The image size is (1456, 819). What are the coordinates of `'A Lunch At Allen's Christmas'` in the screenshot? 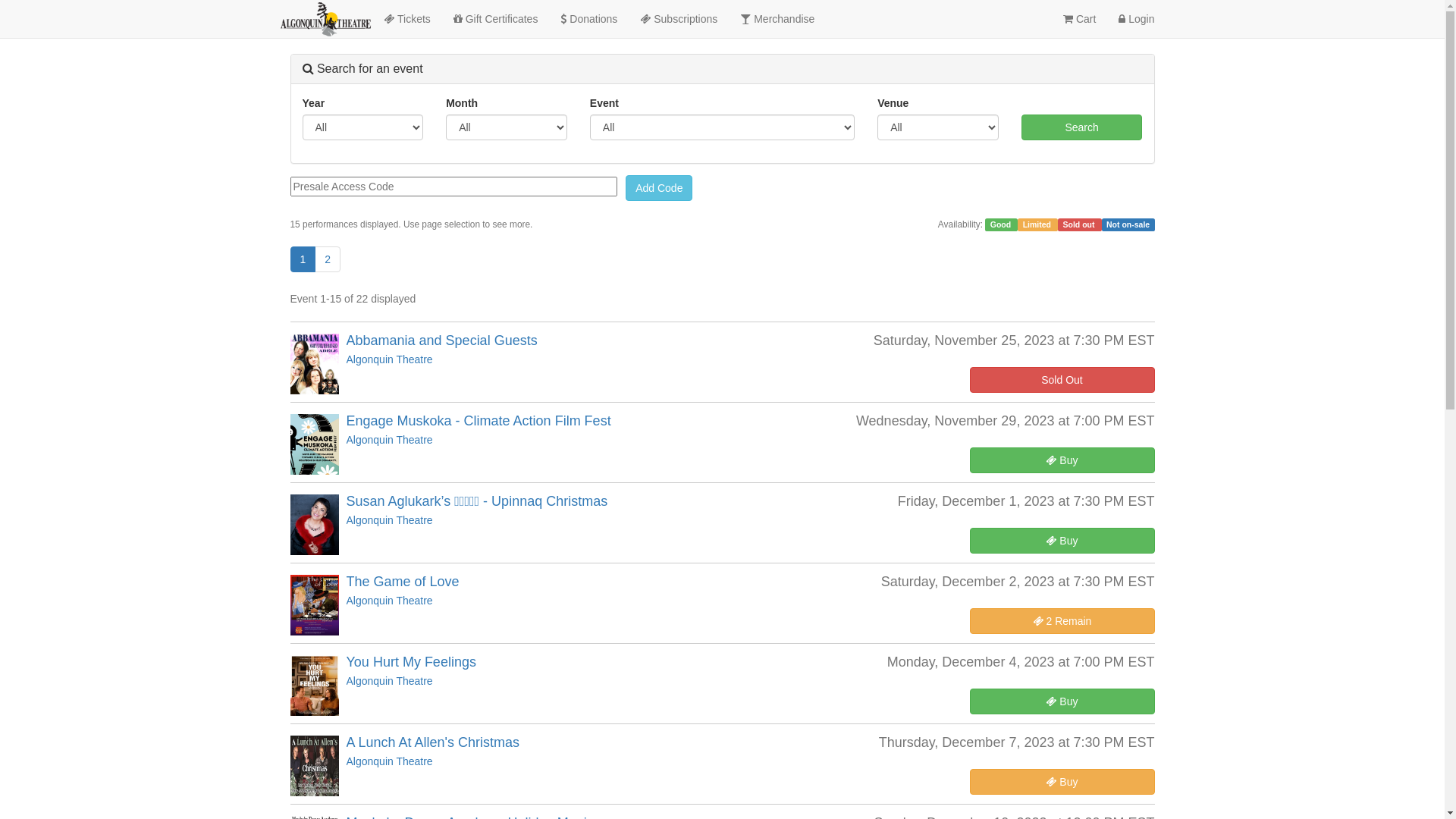 It's located at (431, 742).